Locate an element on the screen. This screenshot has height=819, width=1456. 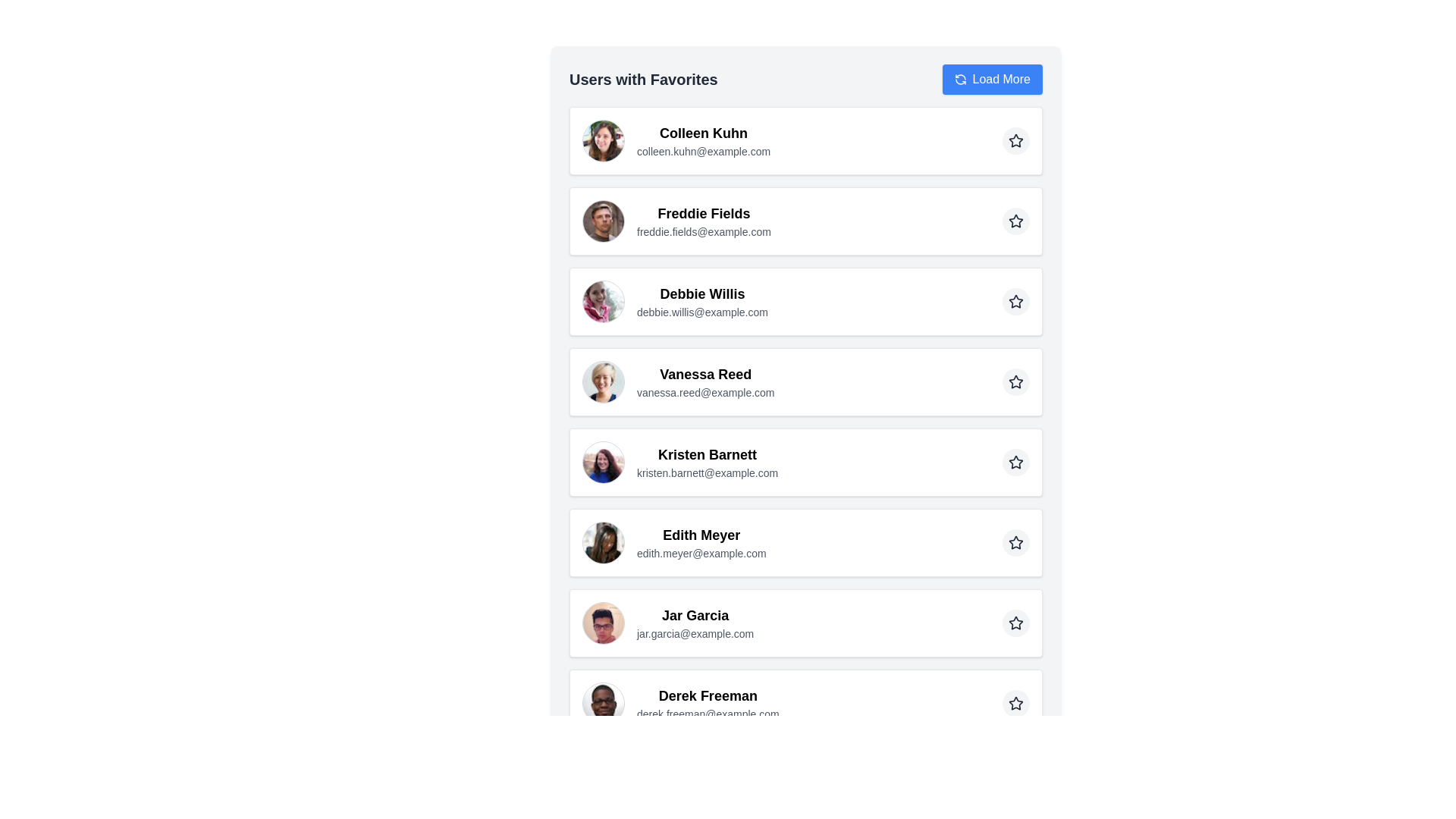
the text display area that shows the user's name and email address, located is located at coordinates (703, 140).